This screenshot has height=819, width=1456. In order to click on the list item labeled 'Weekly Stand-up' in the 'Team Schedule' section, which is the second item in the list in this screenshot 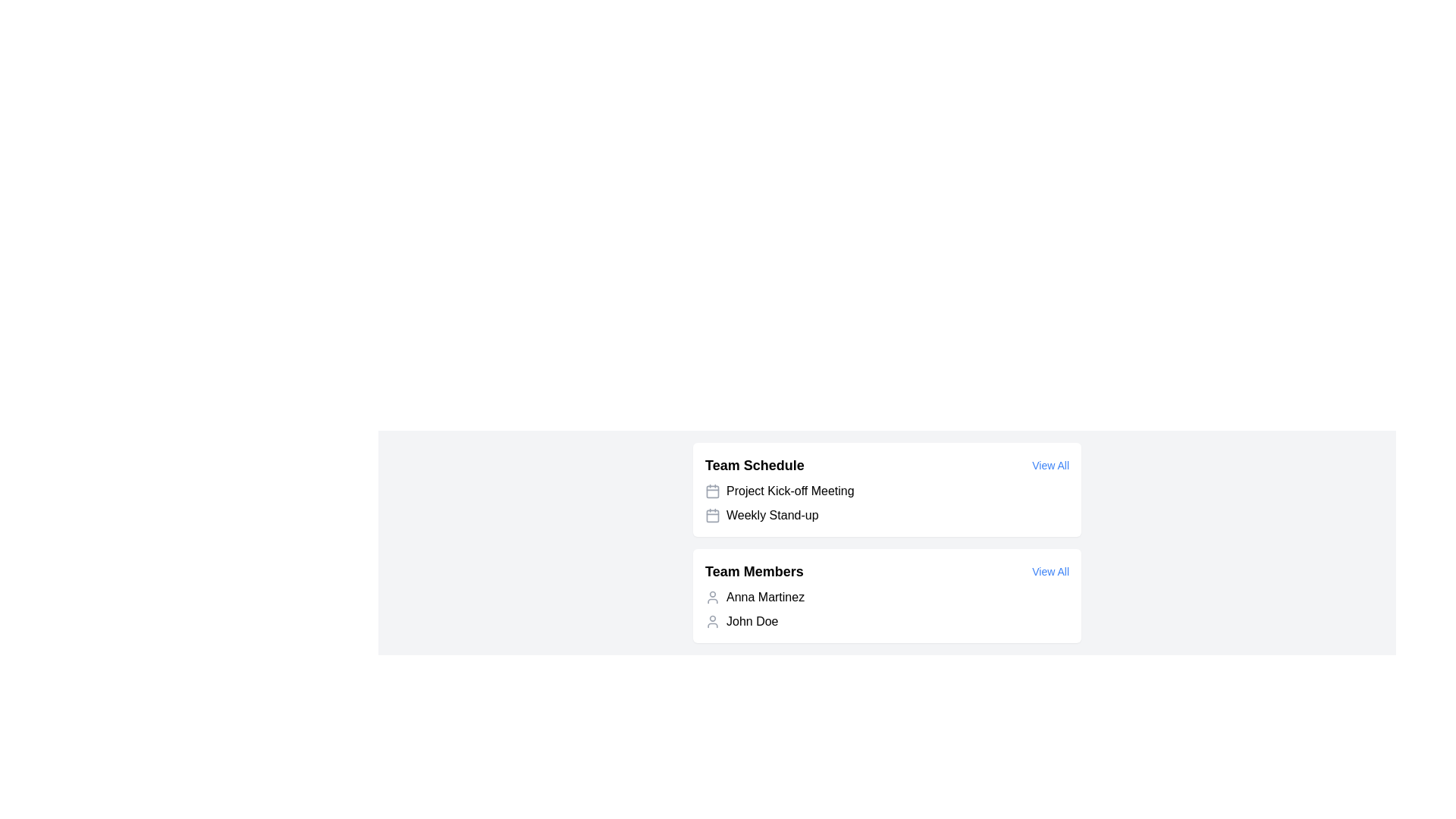, I will do `click(887, 514)`.